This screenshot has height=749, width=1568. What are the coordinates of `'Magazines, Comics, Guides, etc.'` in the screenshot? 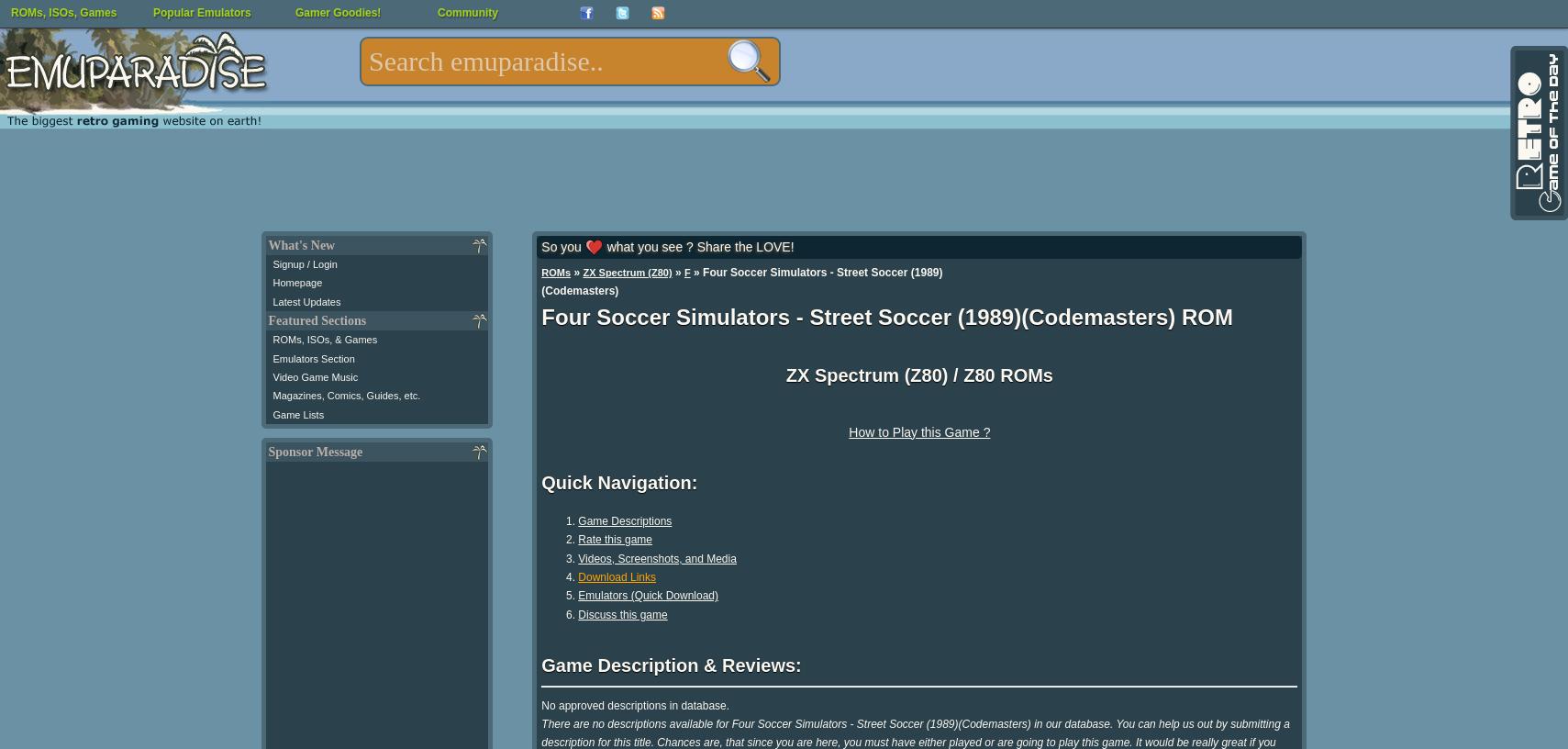 It's located at (345, 395).